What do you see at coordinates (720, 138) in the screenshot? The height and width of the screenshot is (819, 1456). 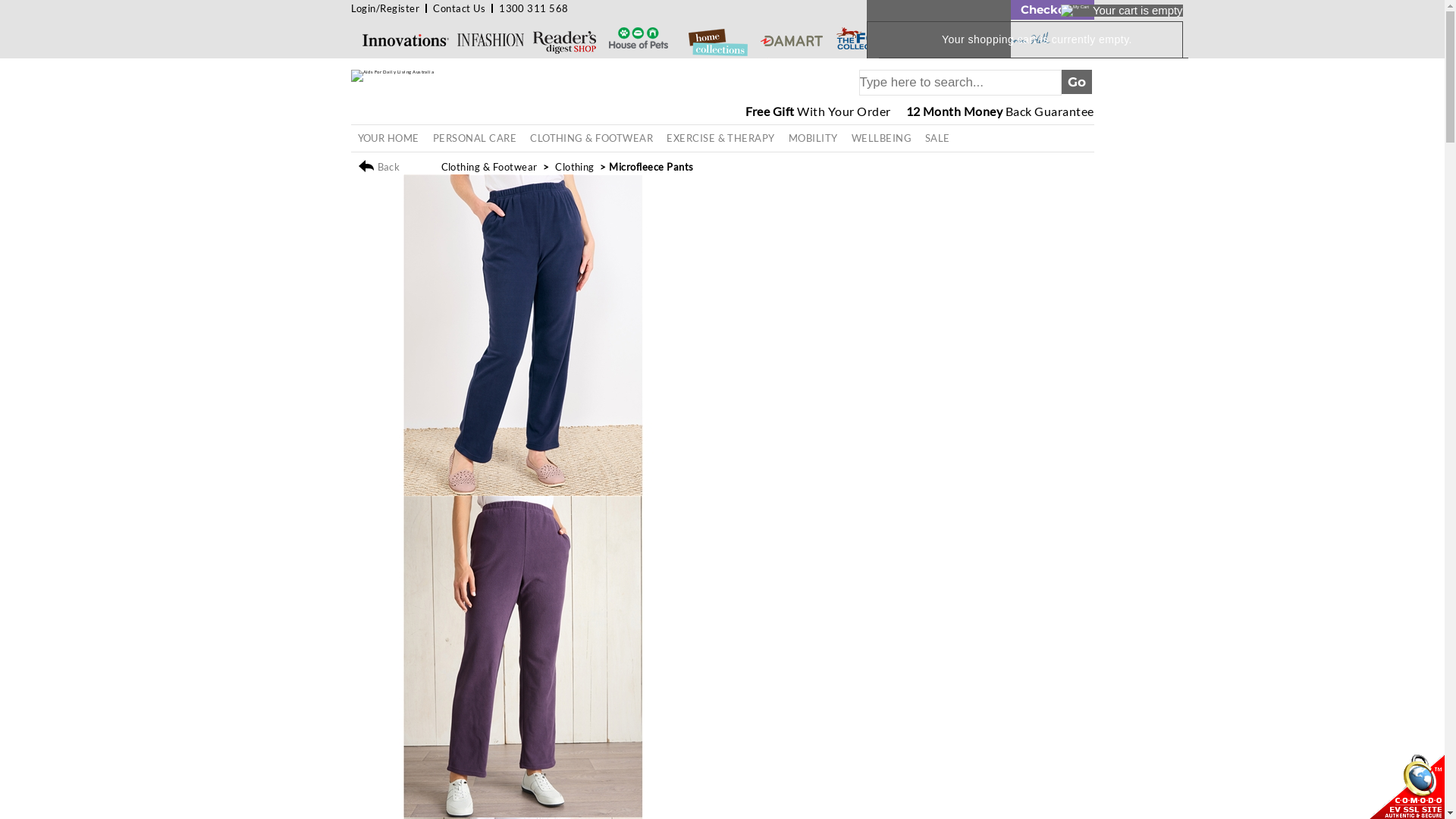 I see `'EXERCISE & THERAPY'` at bounding box center [720, 138].